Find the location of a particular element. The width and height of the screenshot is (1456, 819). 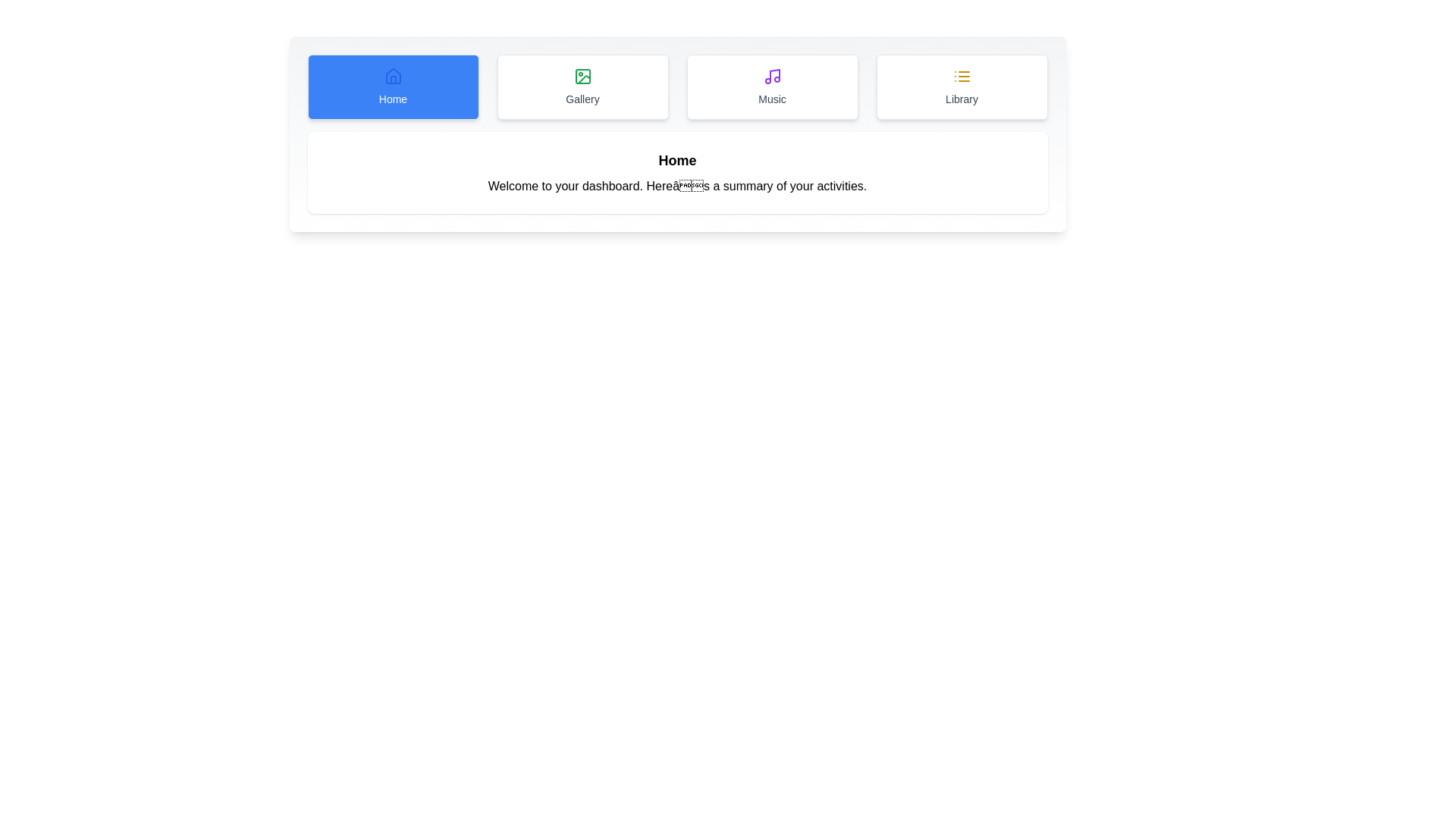

the button labeled Home to observe its hover effect is located at coordinates (393, 87).